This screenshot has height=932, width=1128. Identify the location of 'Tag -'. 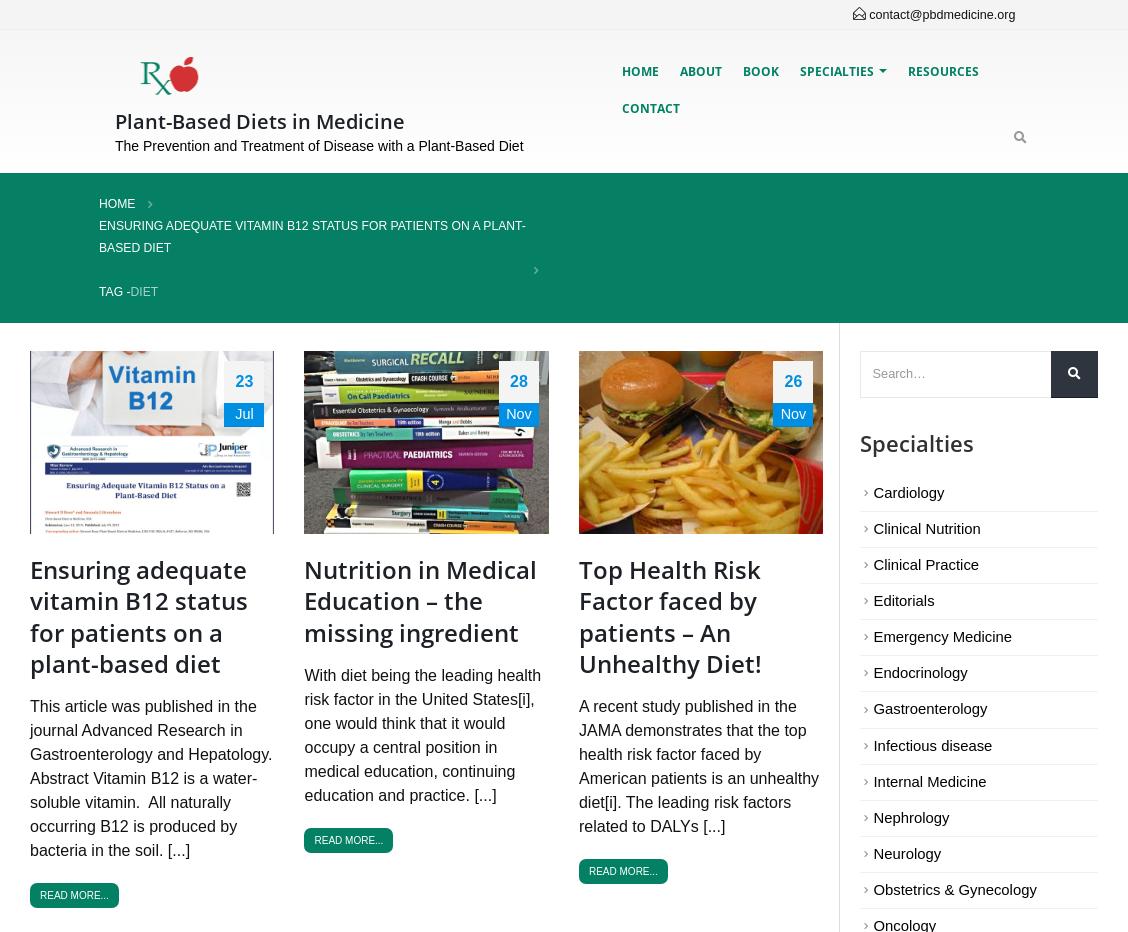
(114, 289).